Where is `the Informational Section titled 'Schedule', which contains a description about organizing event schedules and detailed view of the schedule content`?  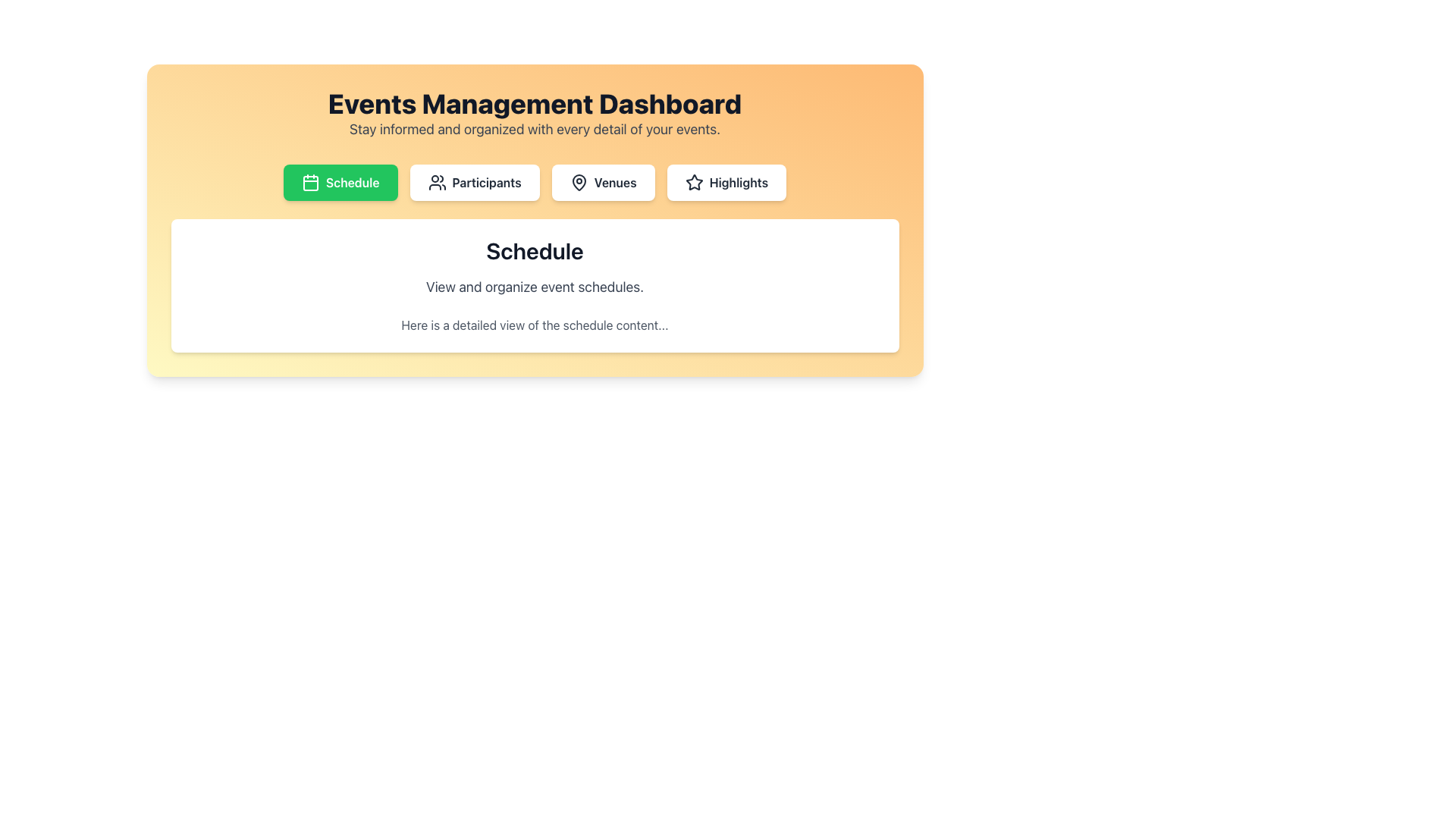 the Informational Section titled 'Schedule', which contains a description about organizing event schedules and detailed view of the schedule content is located at coordinates (535, 286).